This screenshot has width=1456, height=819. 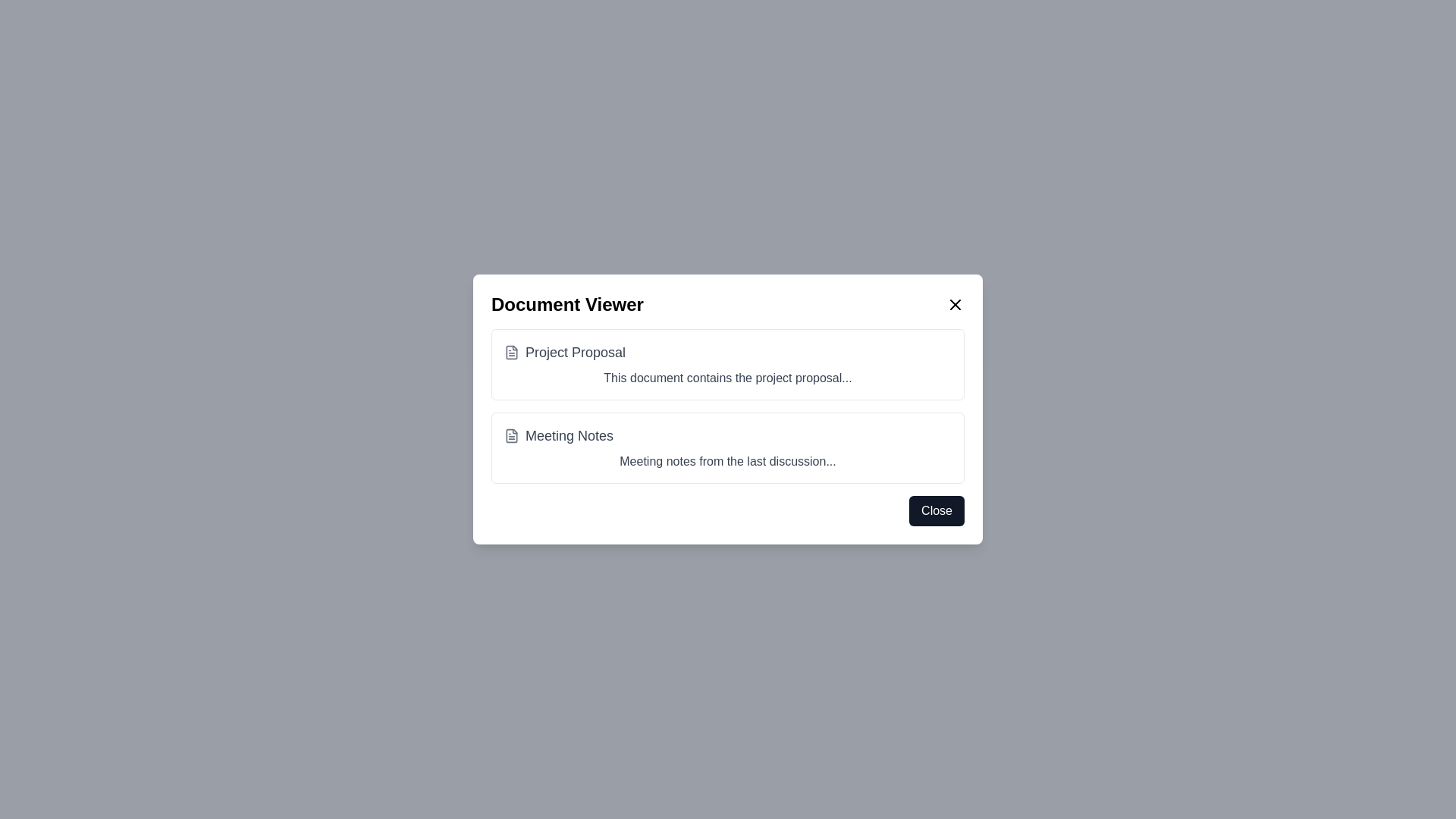 I want to click on the descriptive text display element located under the 'Project Proposal' heading, which provides information about the project proposal, so click(x=728, y=377).